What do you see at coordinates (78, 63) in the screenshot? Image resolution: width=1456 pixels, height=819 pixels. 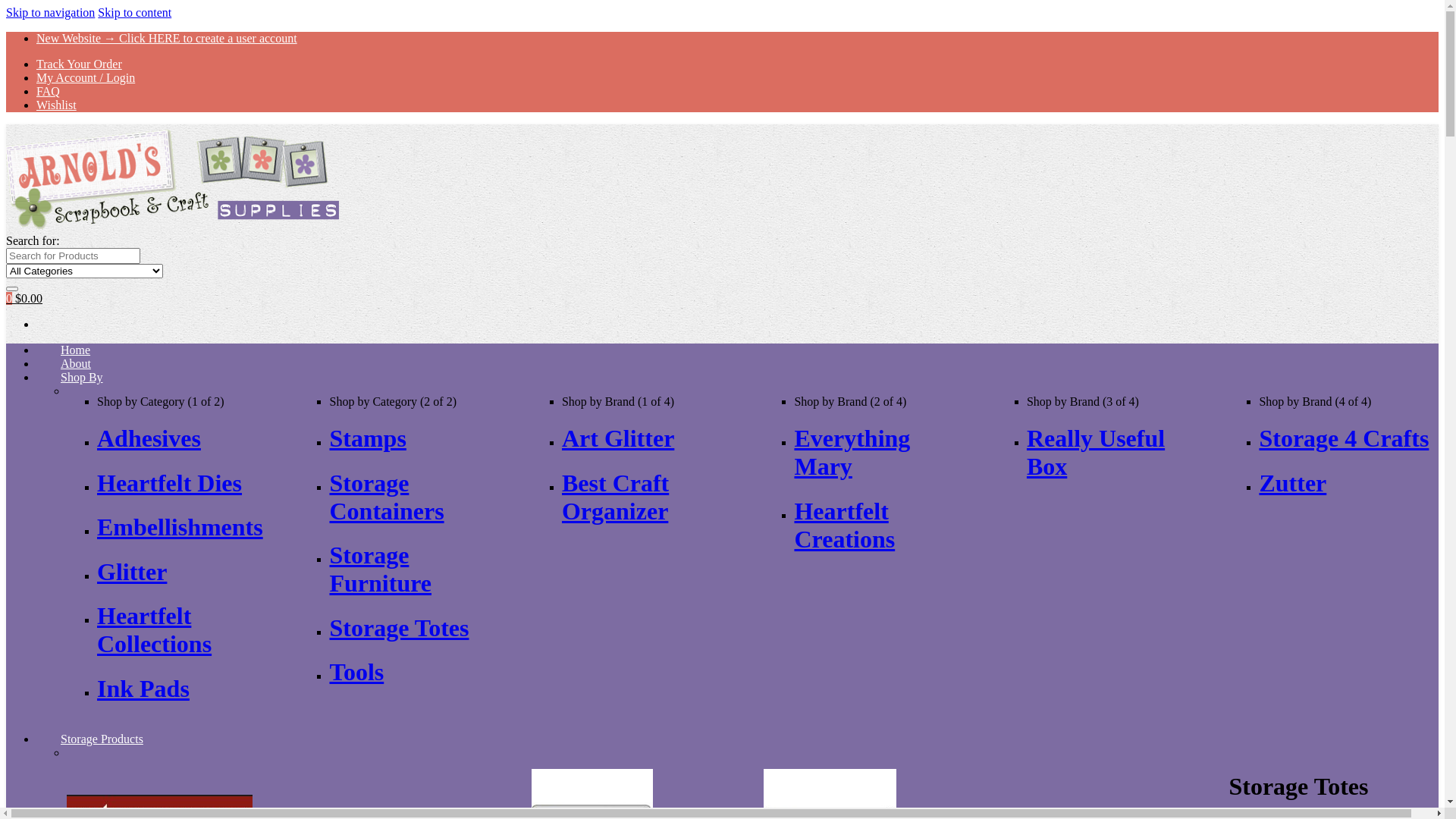 I see `'Track Your Order'` at bounding box center [78, 63].